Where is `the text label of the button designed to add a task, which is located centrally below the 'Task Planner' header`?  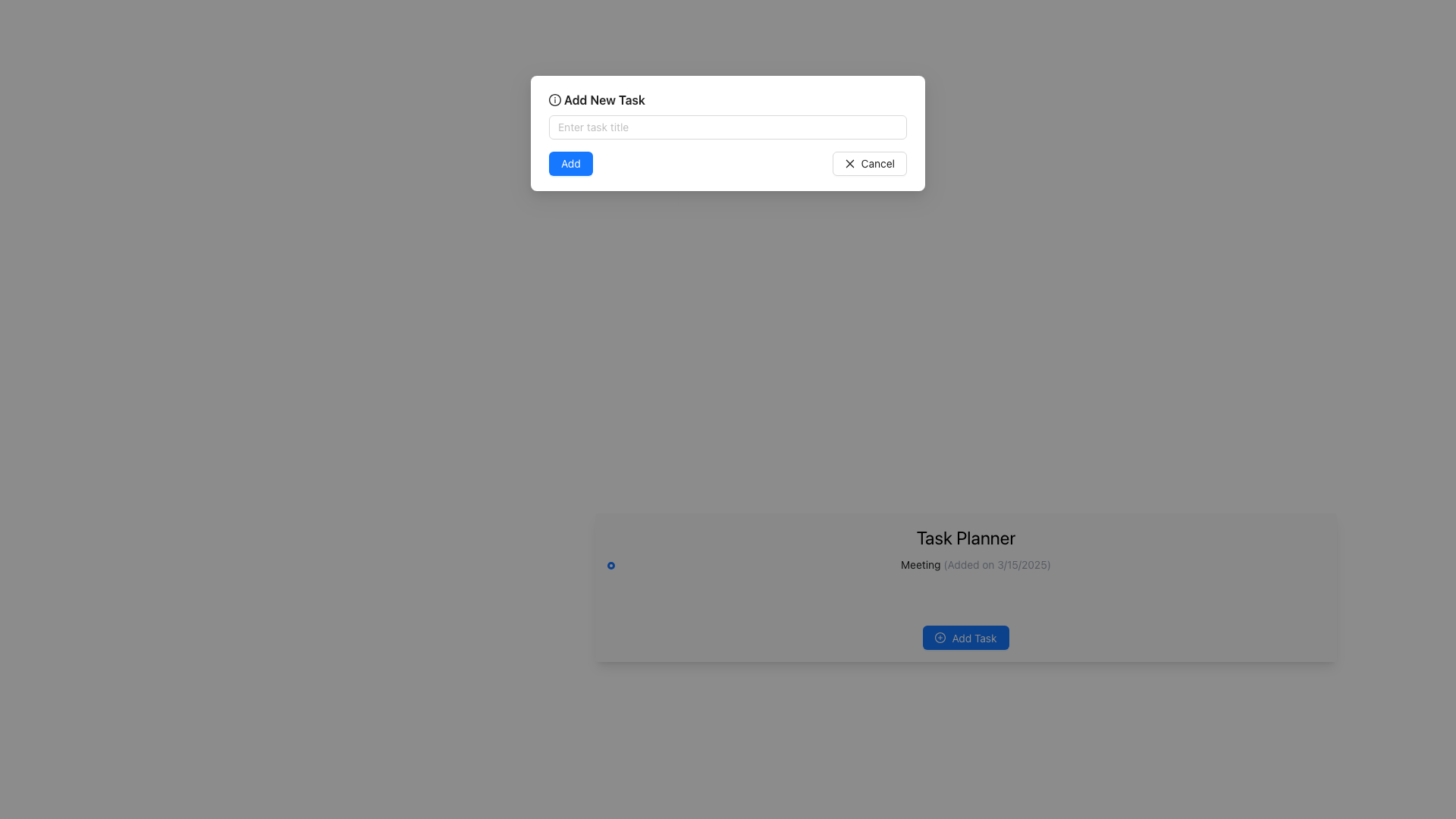 the text label of the button designed to add a task, which is located centrally below the 'Task Planner' header is located at coordinates (974, 637).